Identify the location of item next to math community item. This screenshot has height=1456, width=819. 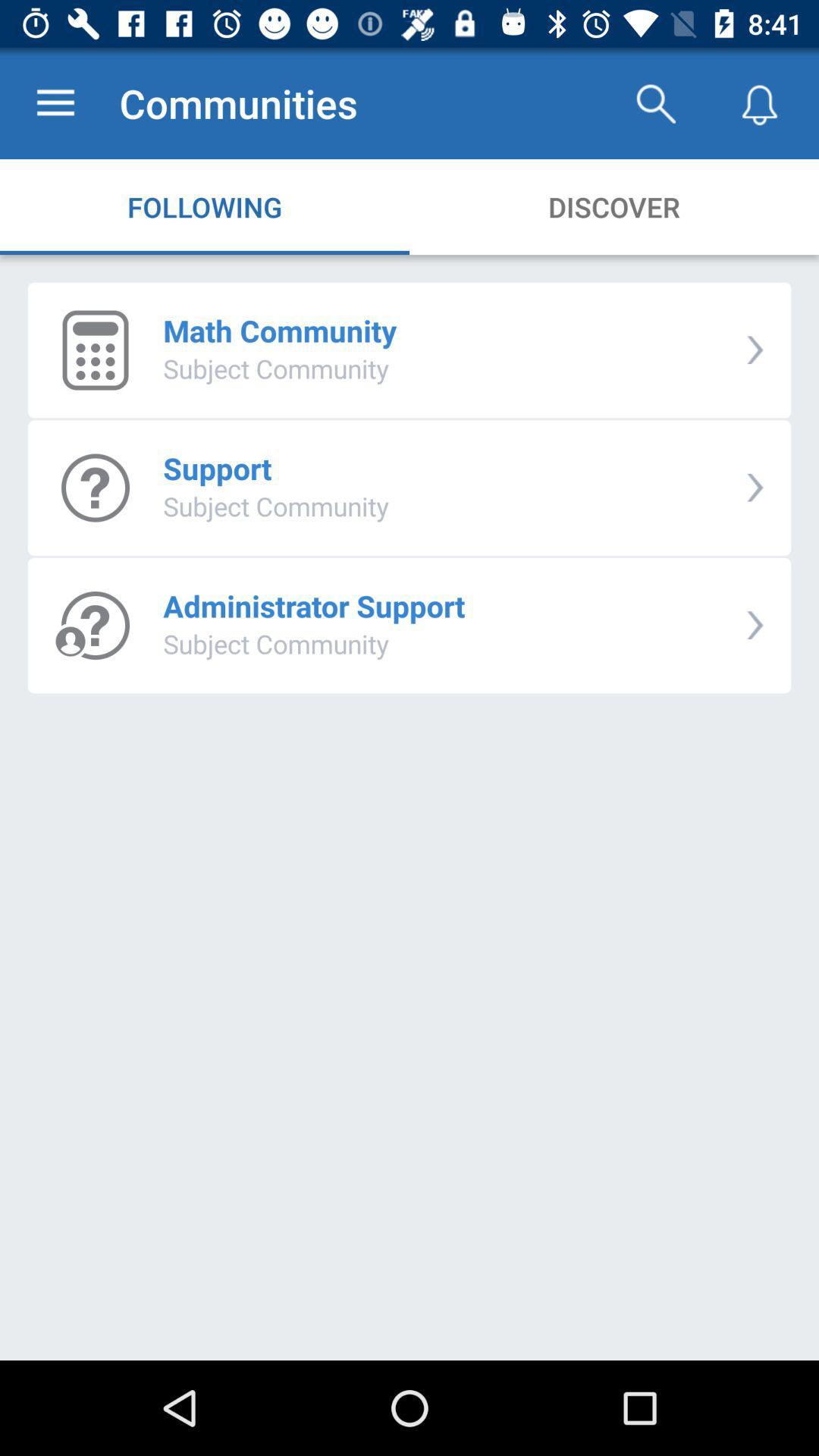
(755, 349).